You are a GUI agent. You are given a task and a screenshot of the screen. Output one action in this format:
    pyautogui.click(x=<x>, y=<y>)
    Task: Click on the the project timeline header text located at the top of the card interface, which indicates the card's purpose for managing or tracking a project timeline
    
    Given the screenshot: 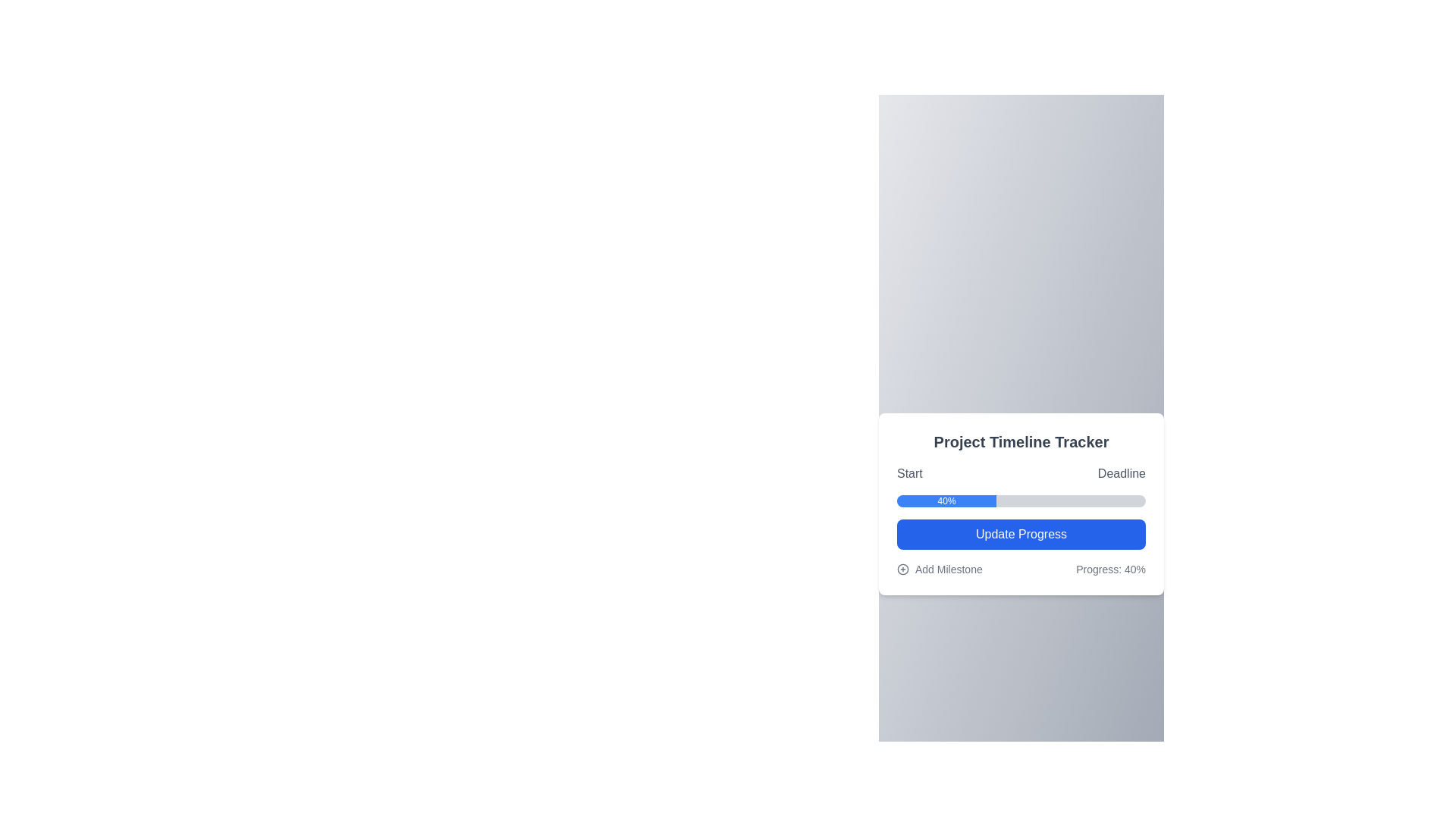 What is the action you would take?
    pyautogui.click(x=1021, y=441)
    